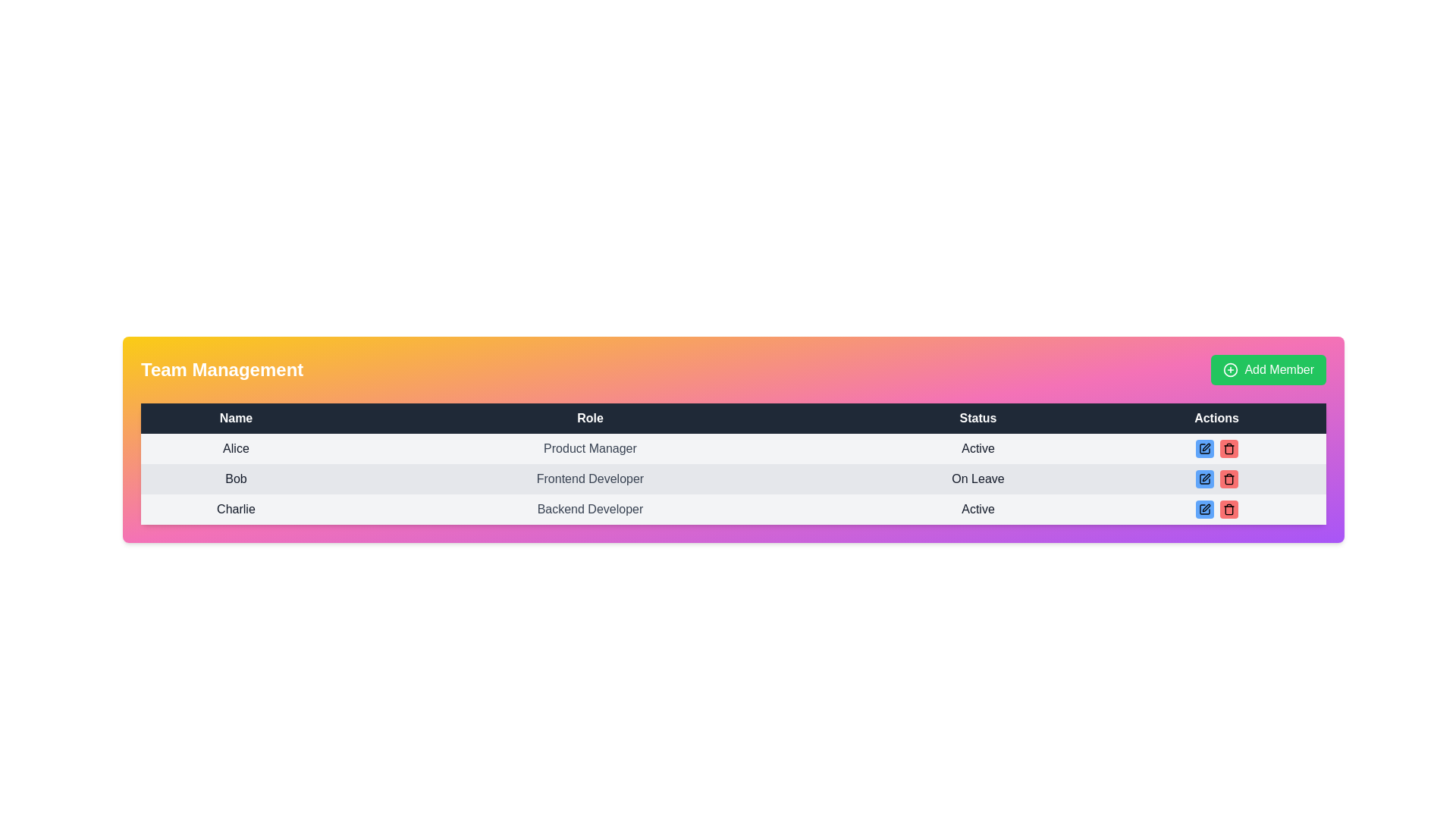  I want to click on the edit icon resembling a pen located next to 'Bob' in the 'Frontend Developer' row of the 'Actions' column in the 'Team Management' section, so click(1205, 476).